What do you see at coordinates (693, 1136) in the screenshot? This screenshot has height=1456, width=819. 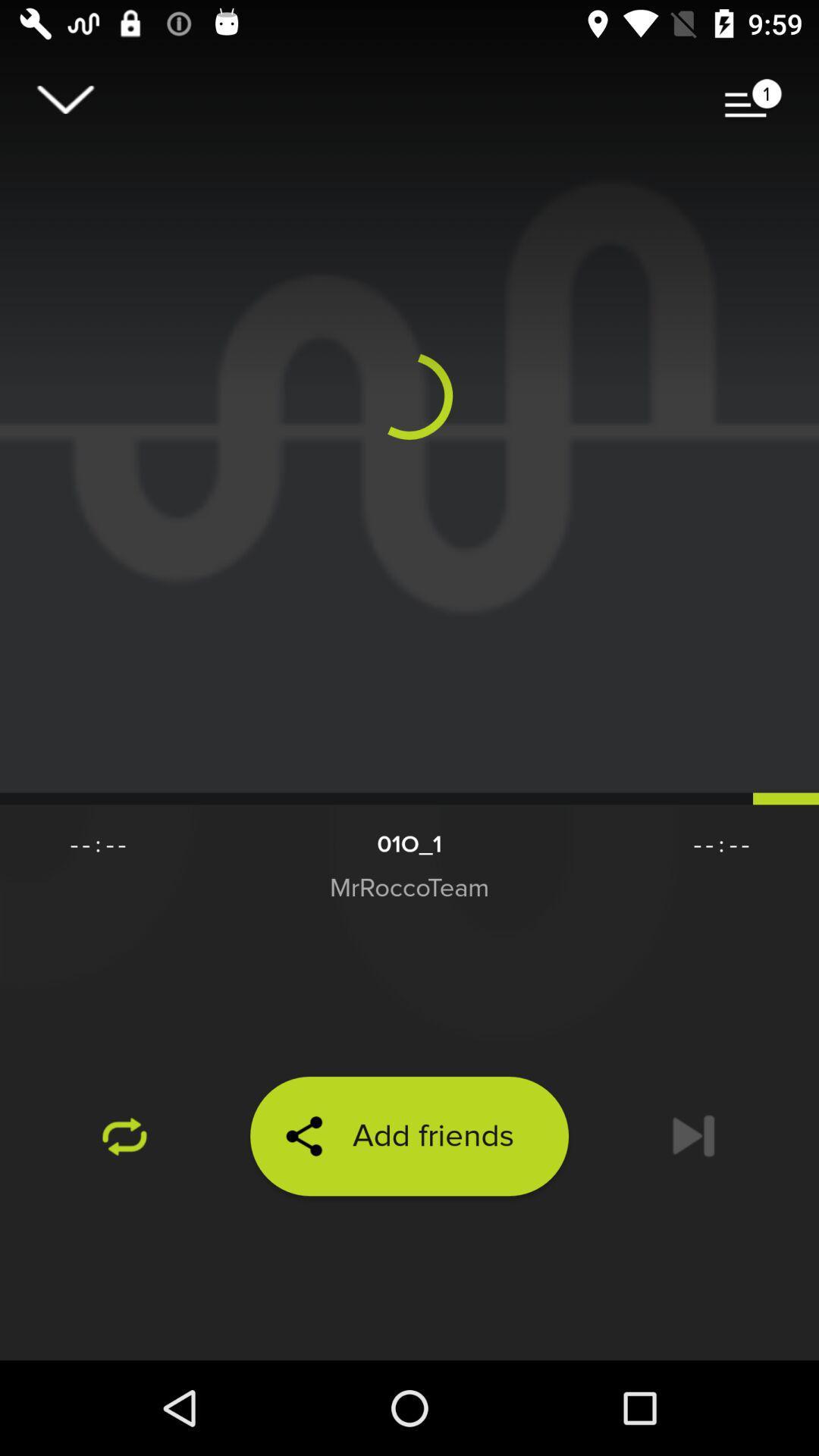 I see `the skip_next icon` at bounding box center [693, 1136].